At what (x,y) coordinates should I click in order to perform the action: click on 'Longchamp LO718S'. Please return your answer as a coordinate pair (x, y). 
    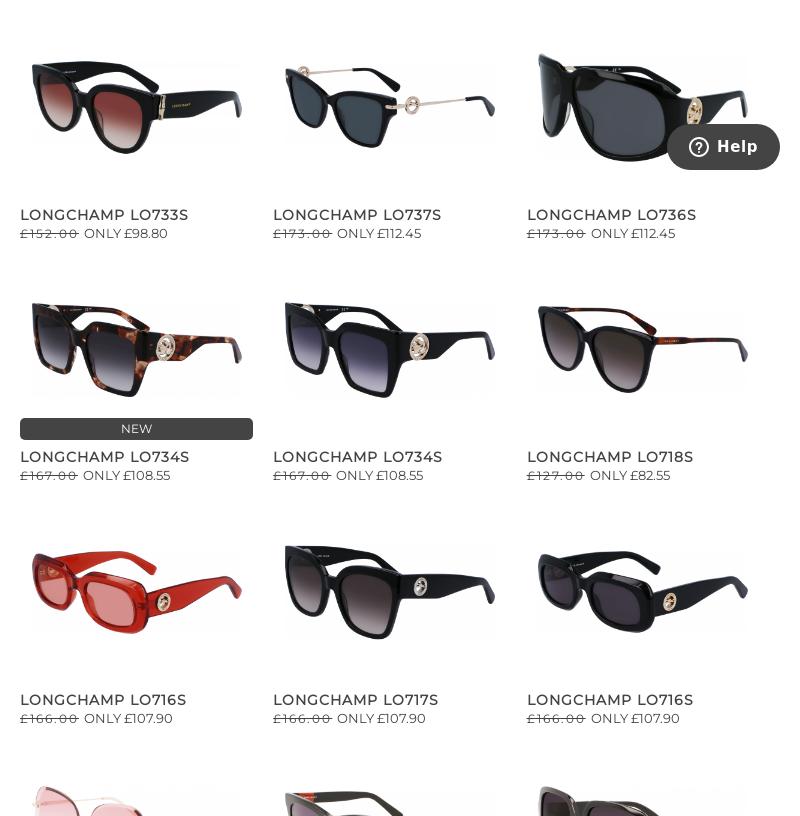
    Looking at the image, I should click on (609, 455).